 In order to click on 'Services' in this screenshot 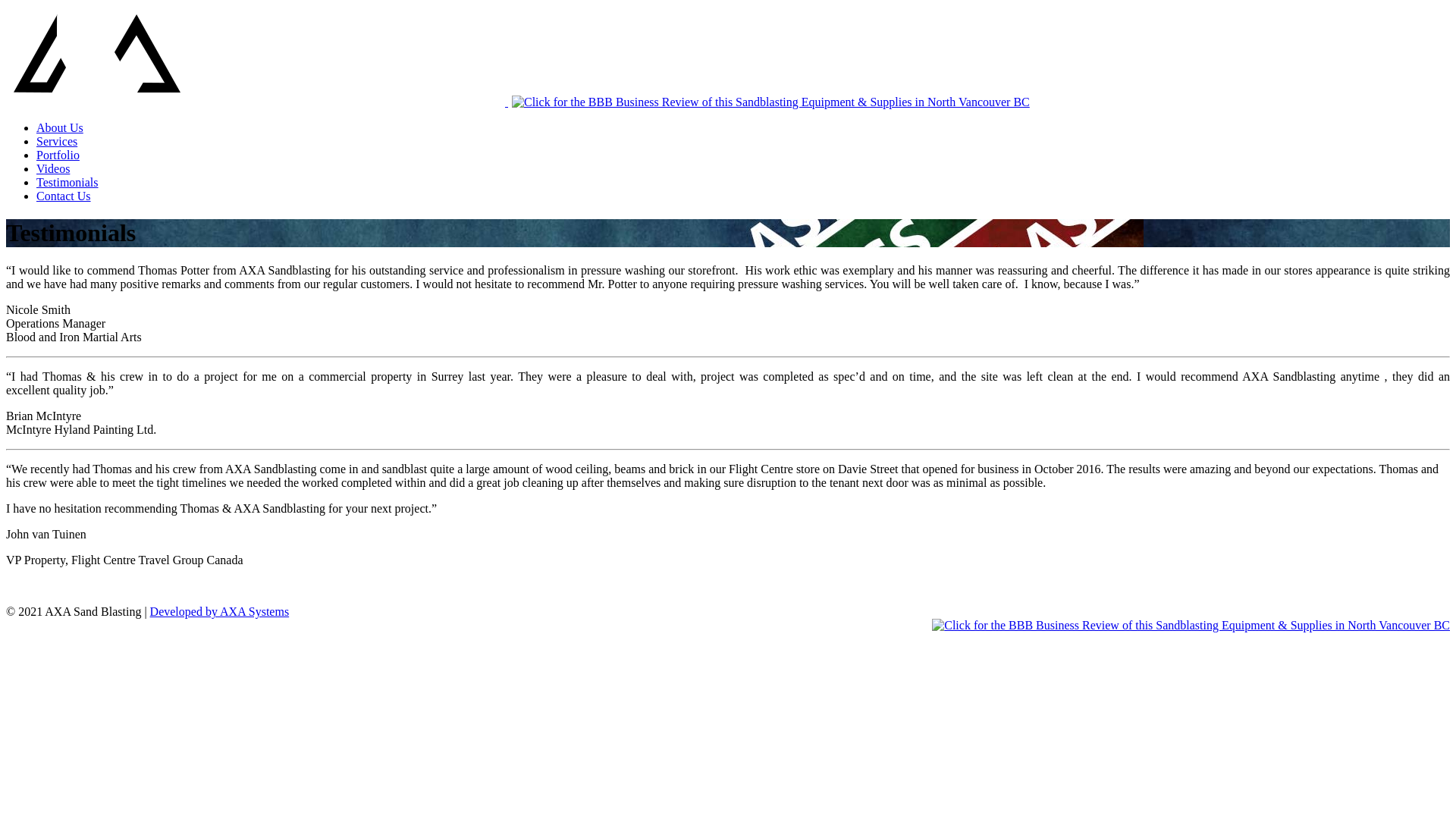, I will do `click(57, 141)`.